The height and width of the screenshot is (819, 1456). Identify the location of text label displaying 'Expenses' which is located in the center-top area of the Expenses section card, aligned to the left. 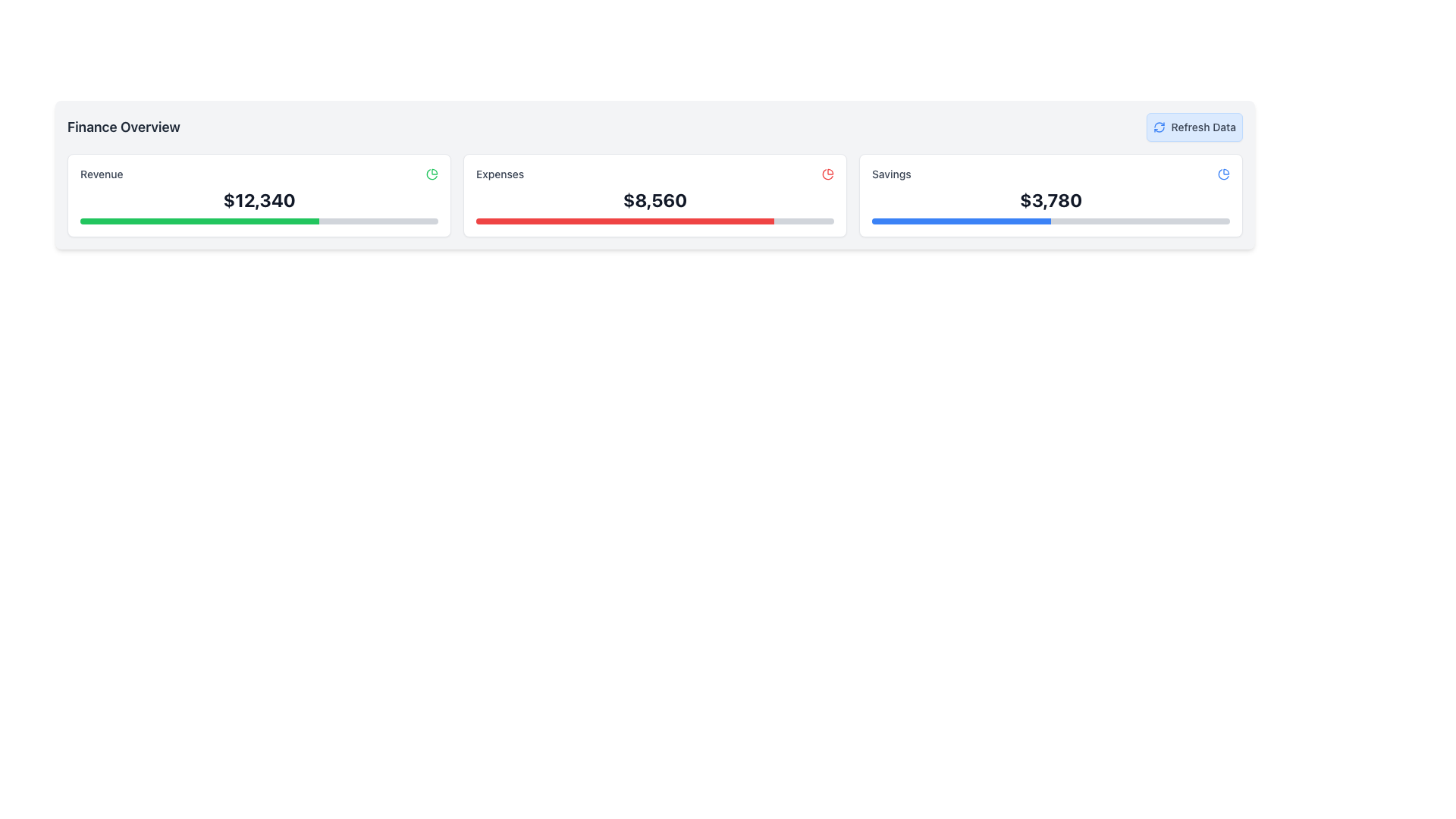
(500, 174).